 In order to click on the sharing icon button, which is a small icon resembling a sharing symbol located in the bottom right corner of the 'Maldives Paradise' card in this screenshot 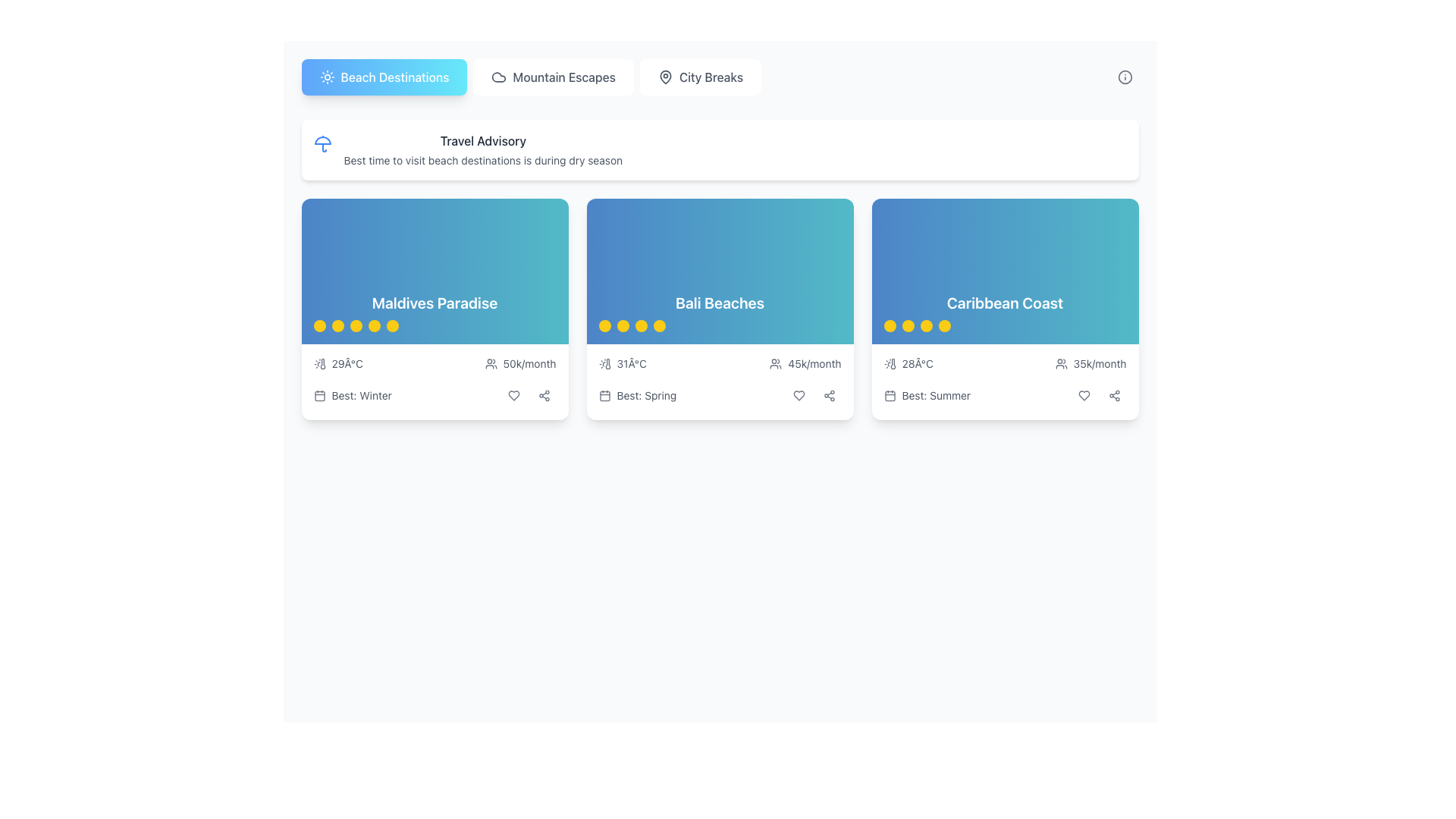, I will do `click(544, 394)`.